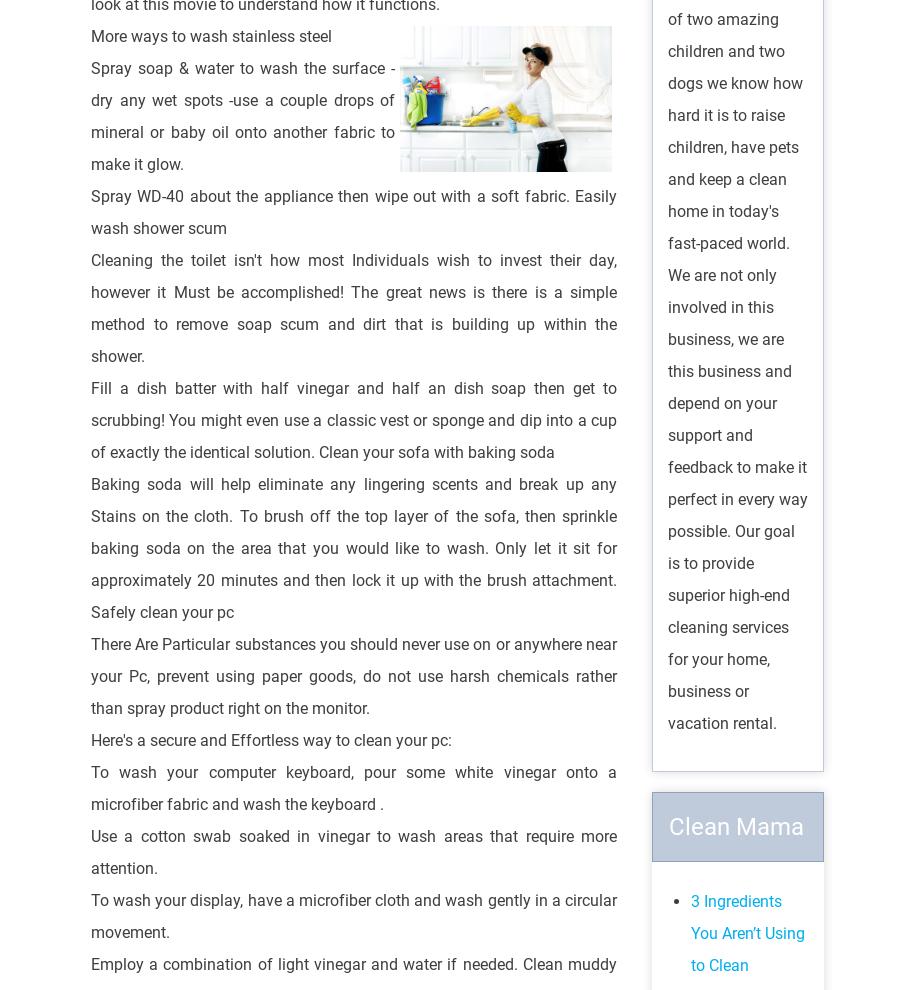  I want to click on 'Fill a dish batter with half vinegar and half an dish soap then get to scrubbing! You might even use a classic vest or sponge and dip into a cup of exactly the identical solution. Clean your sofa with baking soda', so click(353, 418).